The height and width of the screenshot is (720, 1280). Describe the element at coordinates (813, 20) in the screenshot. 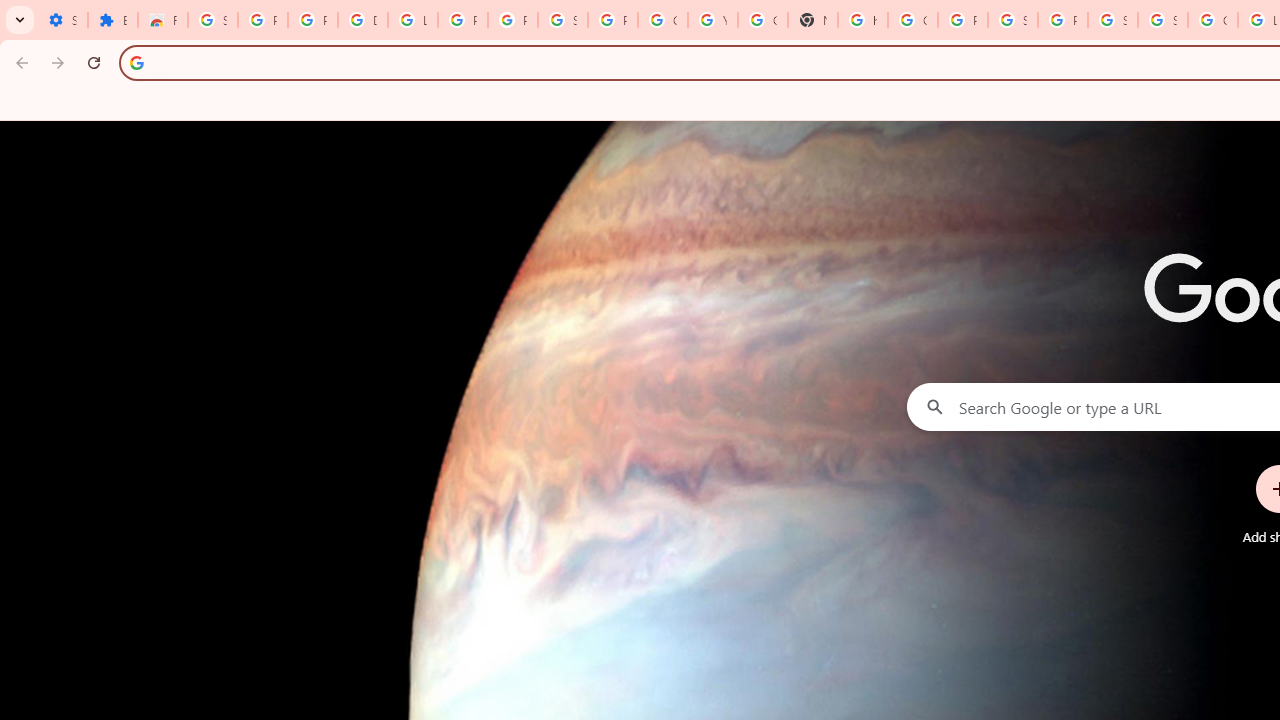

I see `'New Tab'` at that location.